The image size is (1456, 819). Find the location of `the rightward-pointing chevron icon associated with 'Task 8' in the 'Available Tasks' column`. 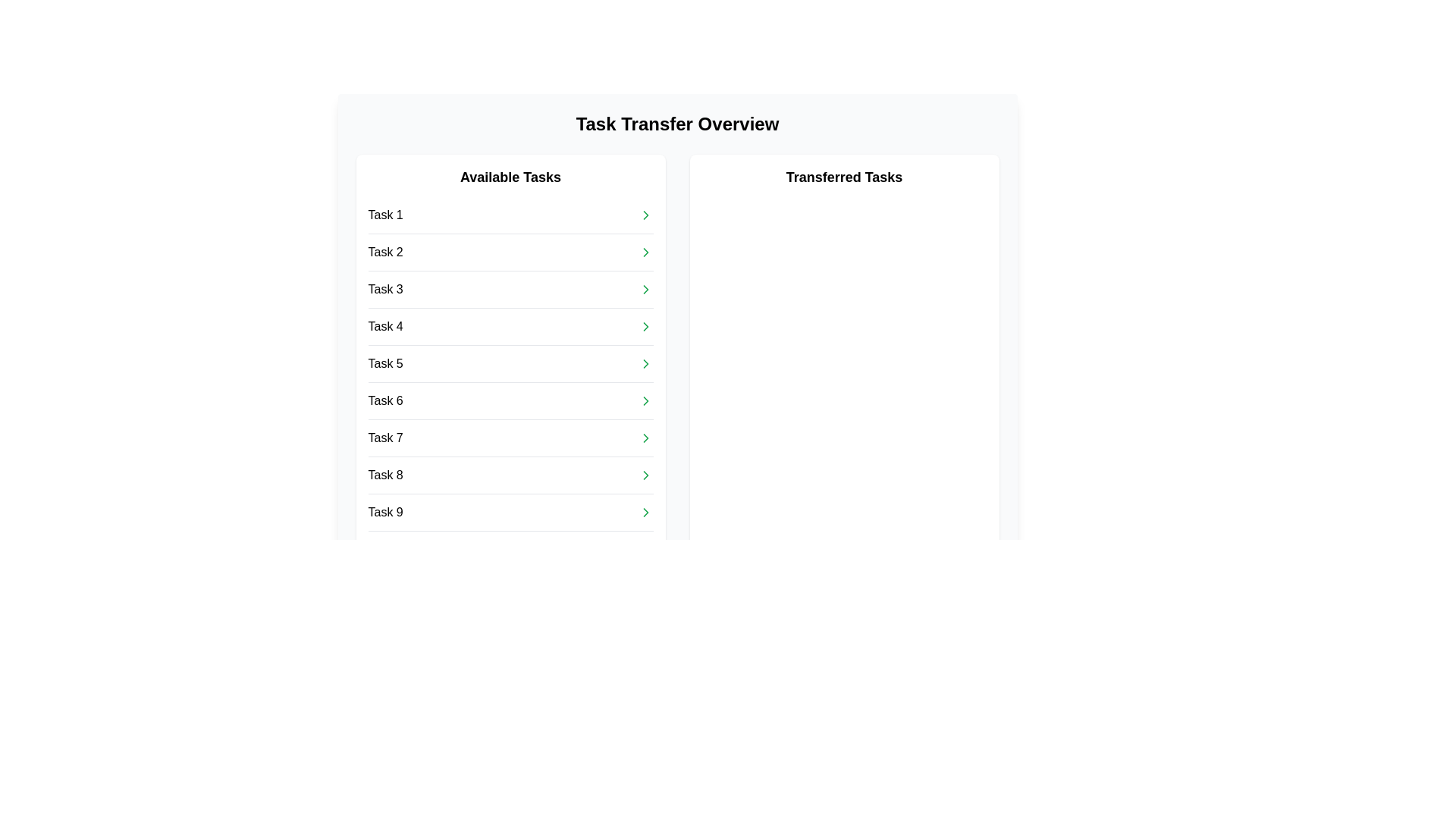

the rightward-pointing chevron icon associated with 'Task 8' in the 'Available Tasks' column is located at coordinates (645, 475).